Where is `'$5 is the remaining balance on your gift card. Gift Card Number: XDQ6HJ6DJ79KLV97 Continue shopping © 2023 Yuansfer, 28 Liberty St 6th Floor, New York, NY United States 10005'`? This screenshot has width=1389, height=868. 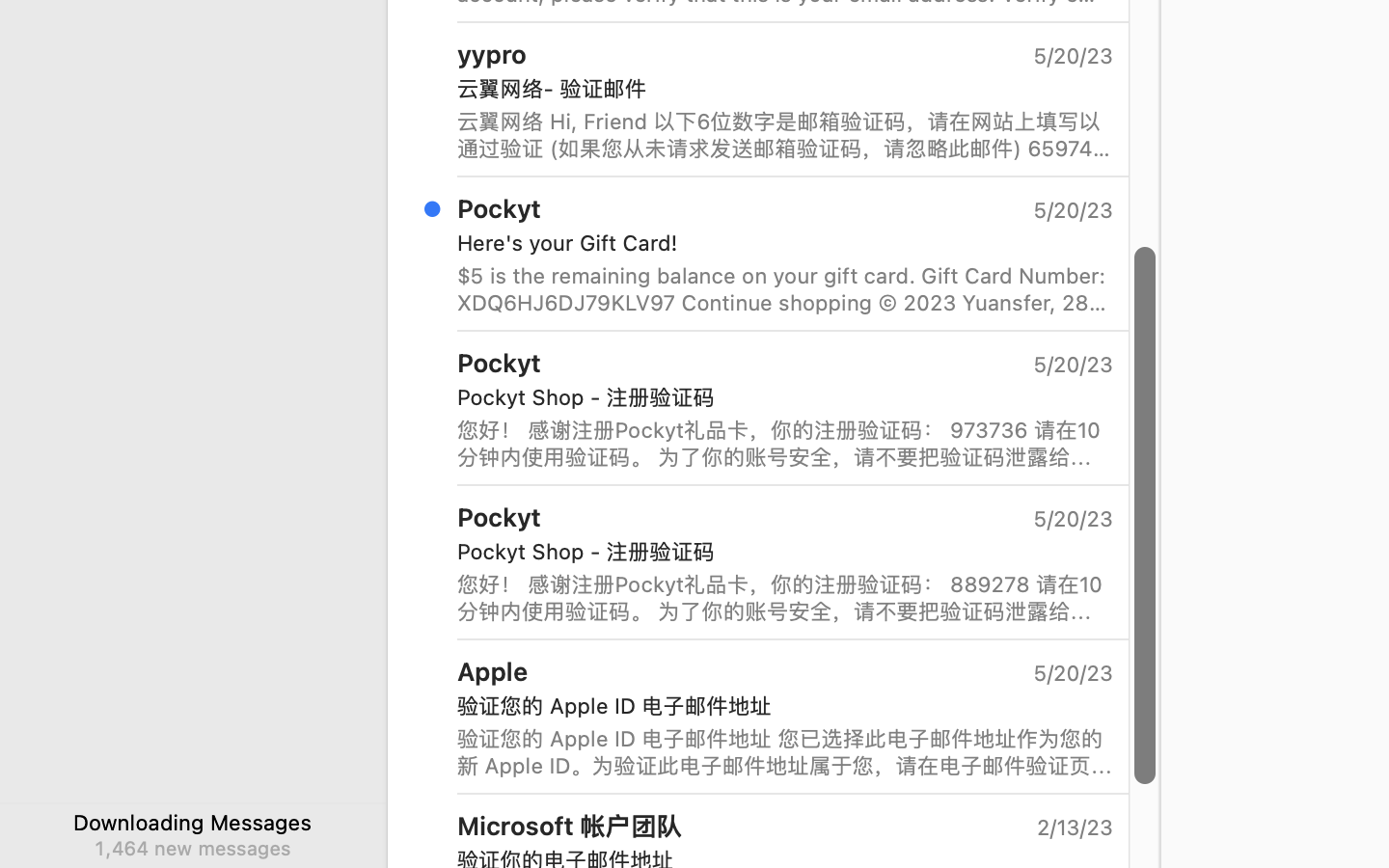 '$5 is the remaining balance on your gift card. Gift Card Number: XDQ6HJ6DJ79KLV97 Continue shopping © 2023 Yuansfer, 28 Liberty St 6th Floor, New York, NY United States 10005' is located at coordinates (785, 287).